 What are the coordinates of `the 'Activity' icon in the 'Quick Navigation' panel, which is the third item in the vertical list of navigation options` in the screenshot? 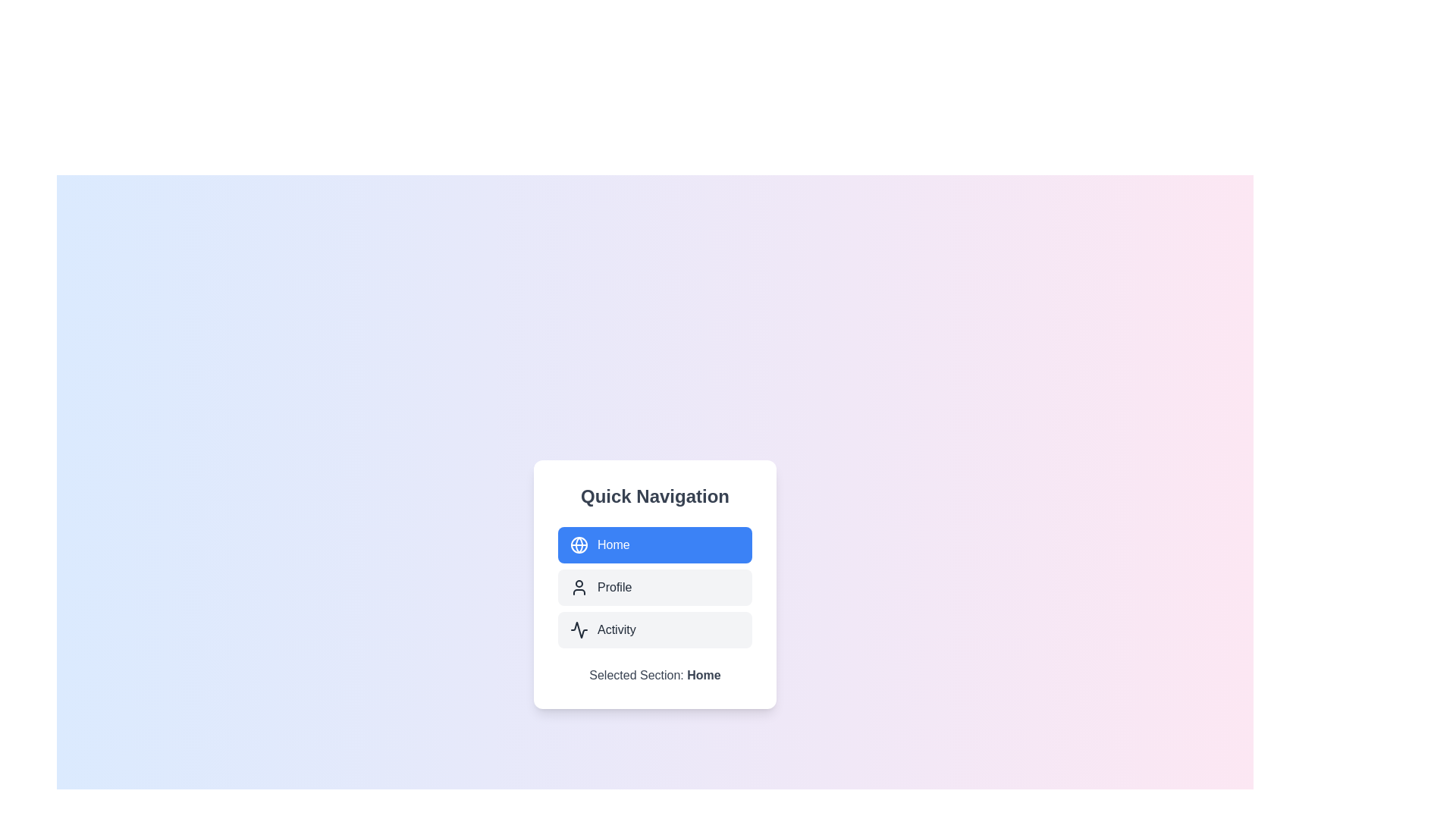 It's located at (578, 629).